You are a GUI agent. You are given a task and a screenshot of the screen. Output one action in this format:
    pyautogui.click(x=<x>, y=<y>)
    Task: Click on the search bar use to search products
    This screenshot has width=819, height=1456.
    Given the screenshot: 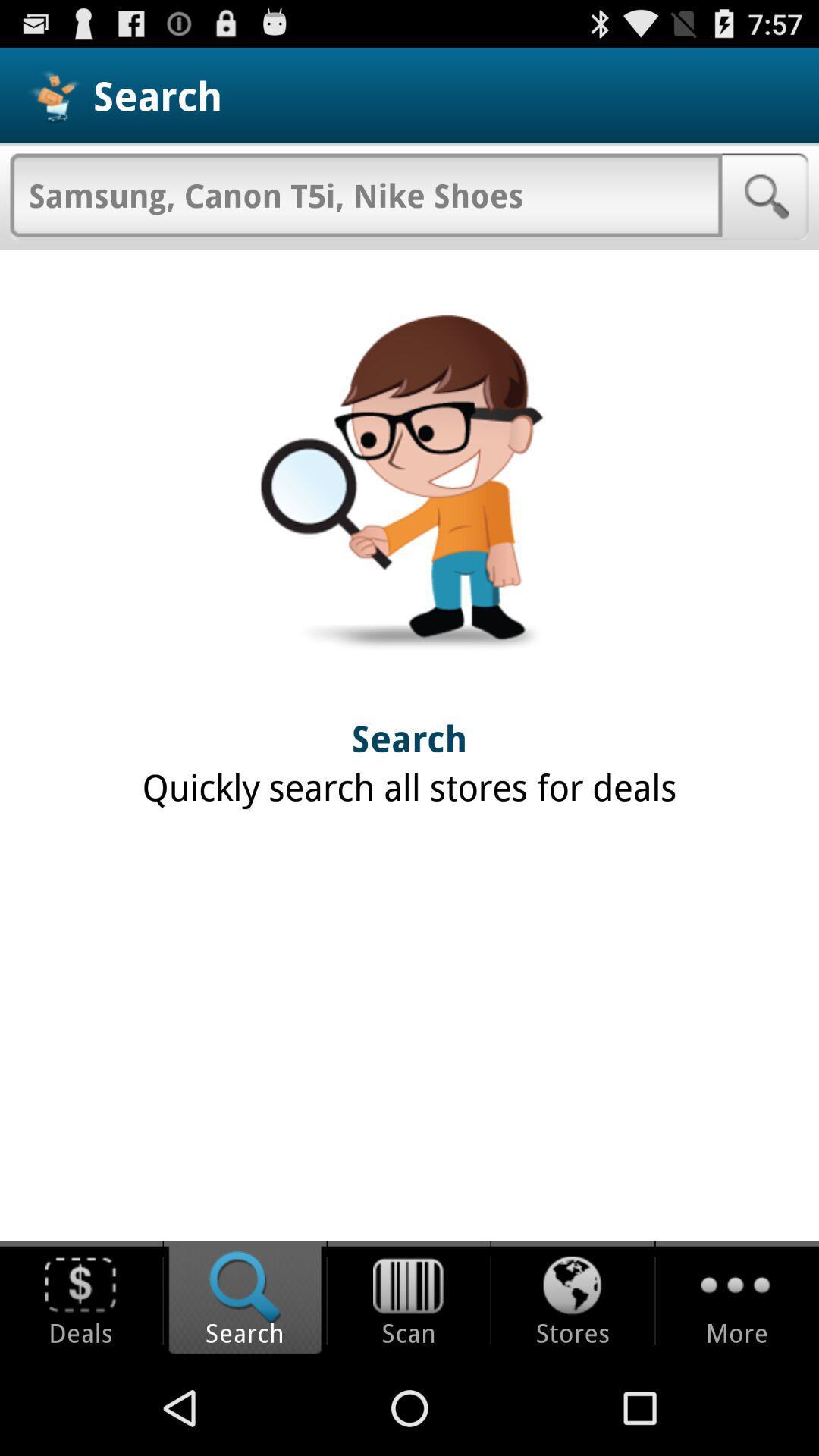 What is the action you would take?
    pyautogui.click(x=366, y=194)
    